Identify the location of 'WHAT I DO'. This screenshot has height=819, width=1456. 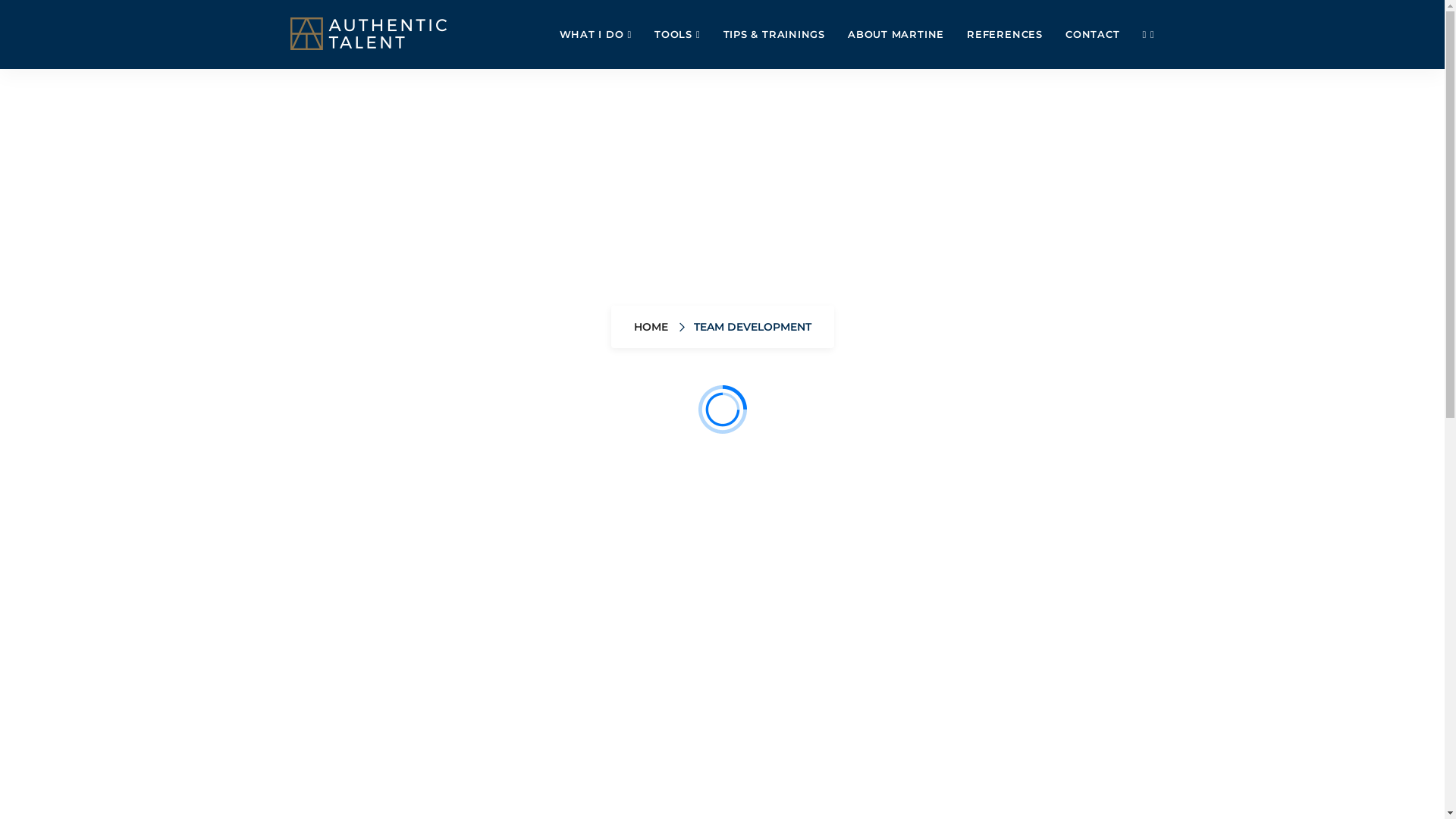
(595, 34).